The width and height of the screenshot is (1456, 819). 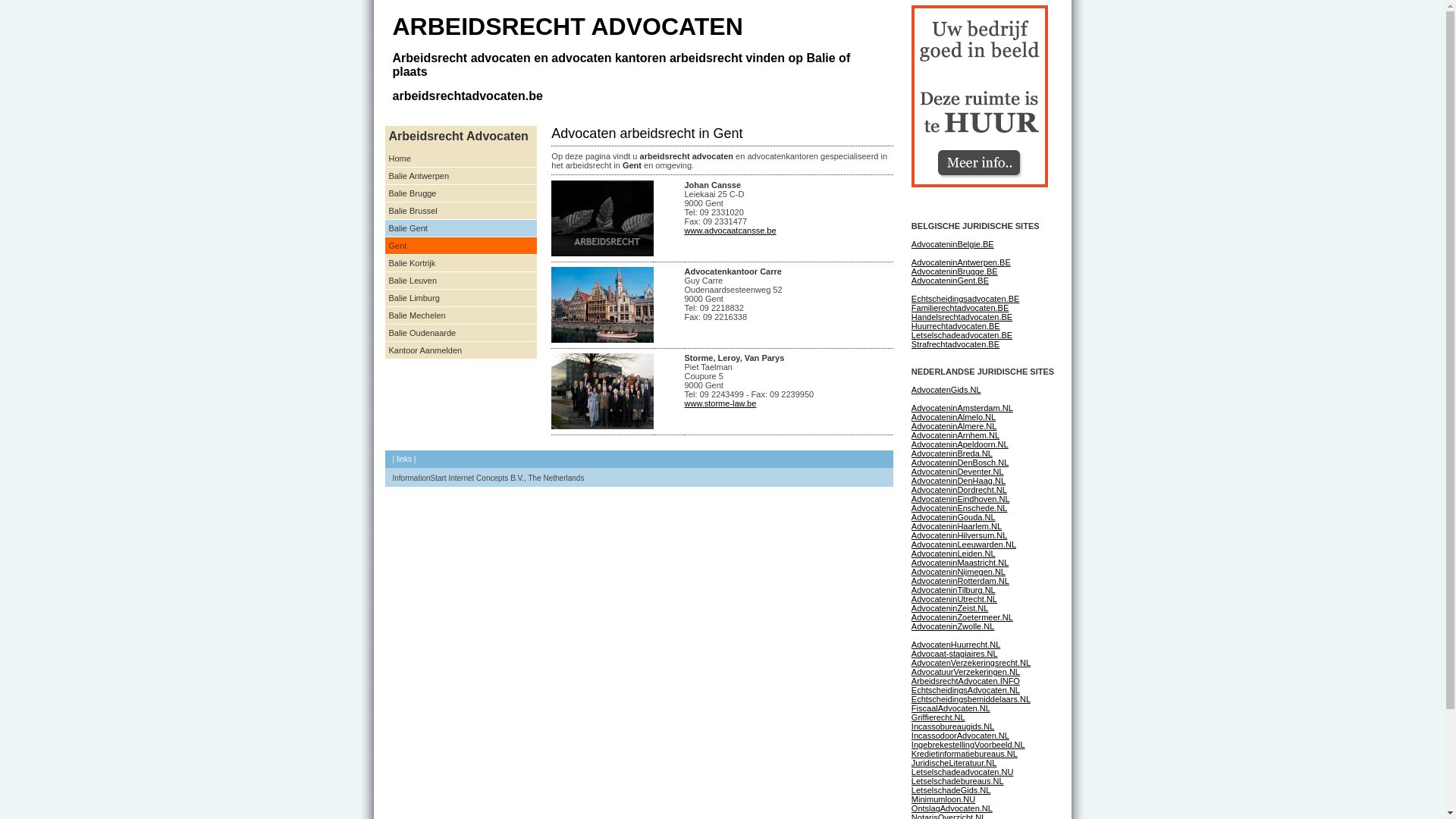 I want to click on 'EchtscheidingsAdvocaten.NL', so click(x=965, y=690).